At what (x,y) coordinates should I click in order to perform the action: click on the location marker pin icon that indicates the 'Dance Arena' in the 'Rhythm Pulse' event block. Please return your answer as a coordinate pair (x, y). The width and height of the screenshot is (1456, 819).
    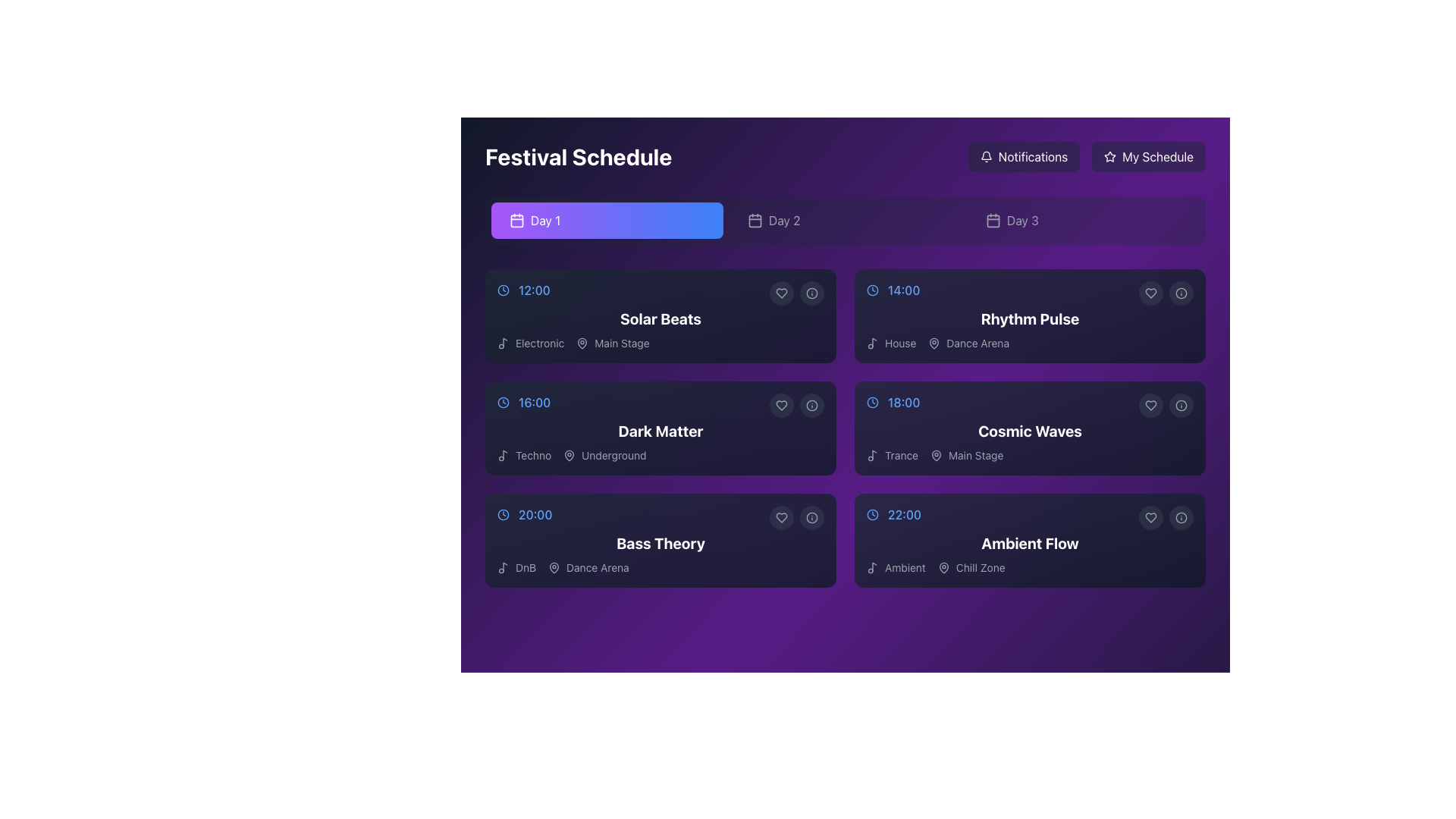
    Looking at the image, I should click on (934, 343).